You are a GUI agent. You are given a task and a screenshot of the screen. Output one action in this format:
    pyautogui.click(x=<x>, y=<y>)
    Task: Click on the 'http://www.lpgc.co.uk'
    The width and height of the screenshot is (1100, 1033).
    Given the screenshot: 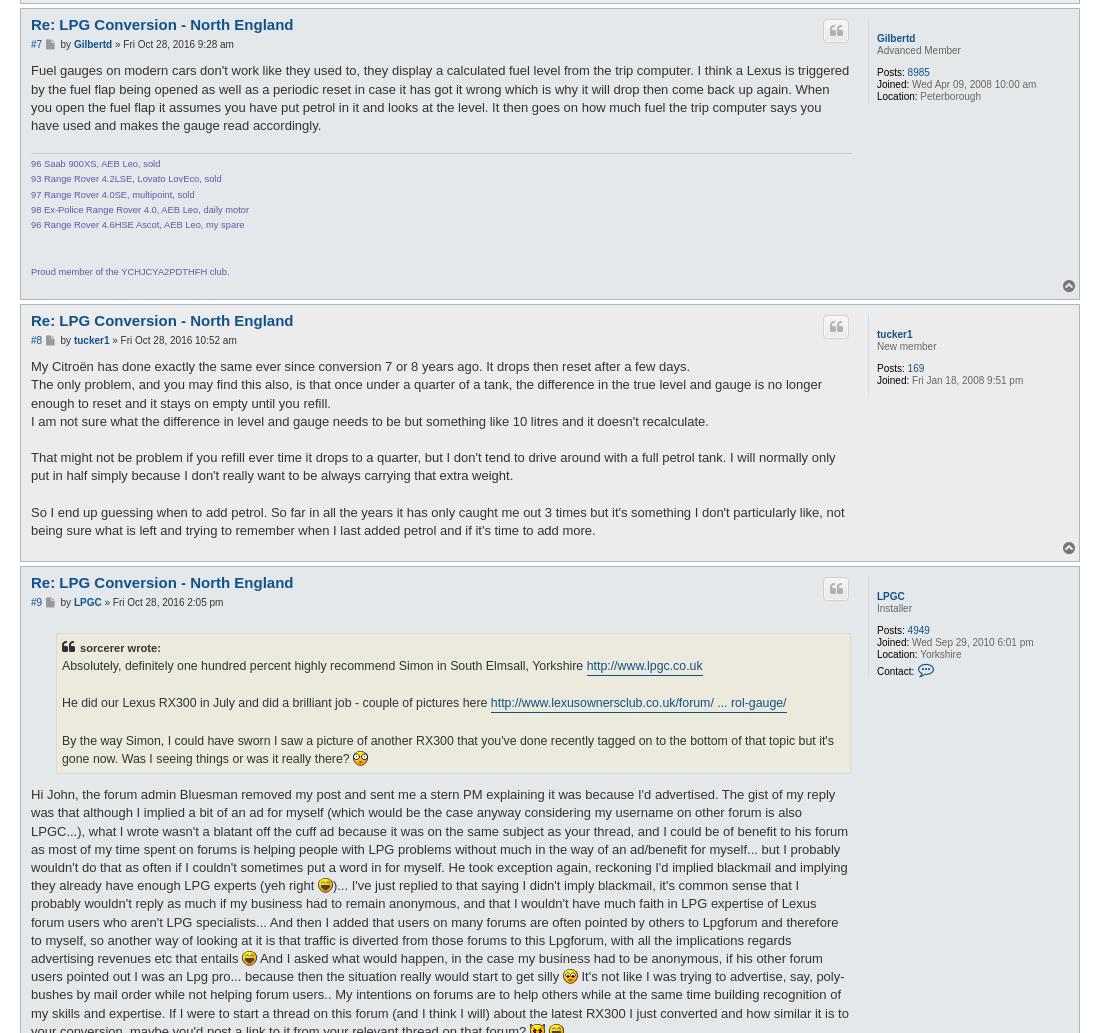 What is the action you would take?
    pyautogui.click(x=584, y=664)
    